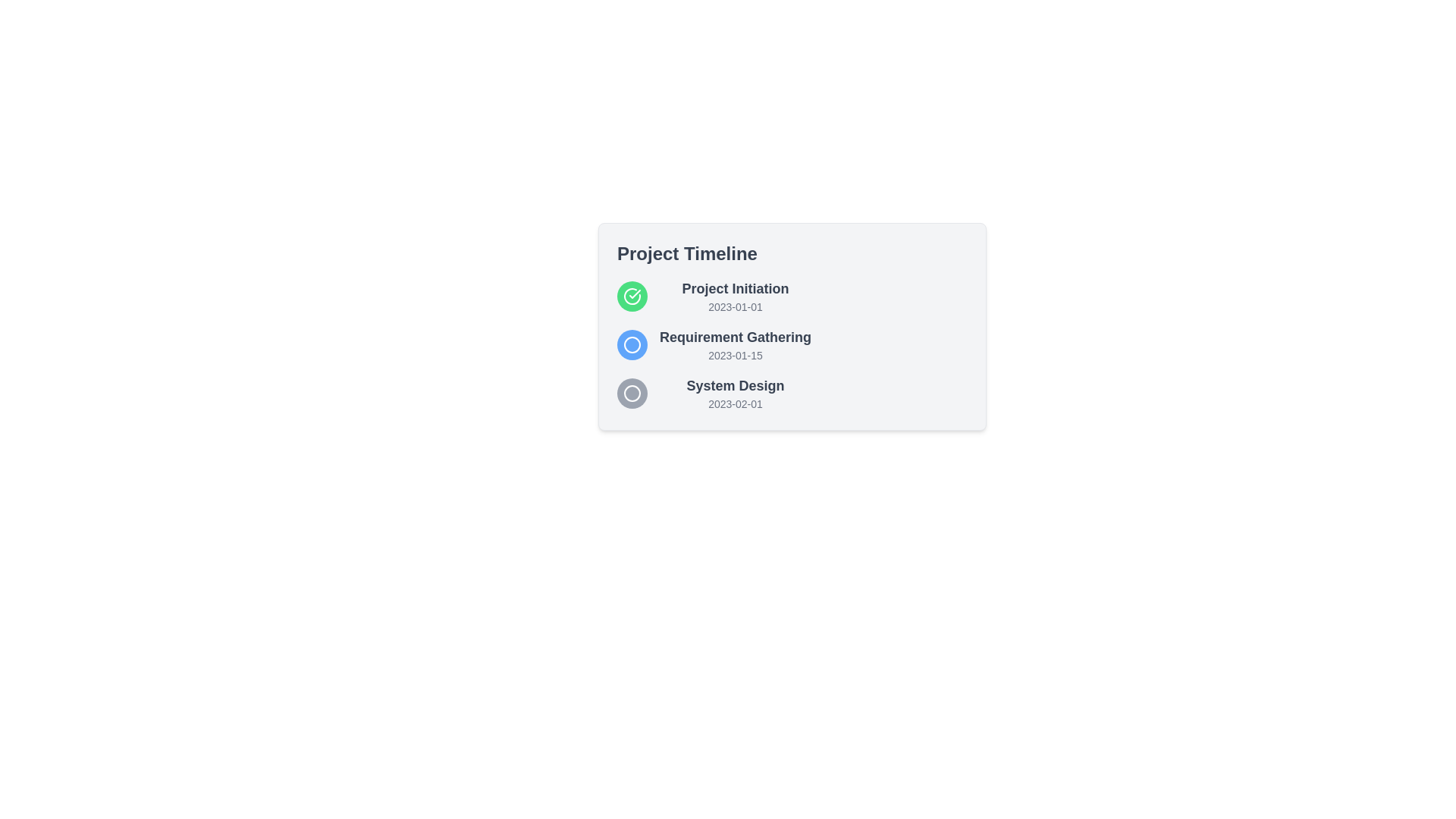 The image size is (1456, 819). What do you see at coordinates (735, 356) in the screenshot?
I see `text content of the text label displaying the date '2023-01-15', which is styled in gray and positioned below the bold title 'Requirement Gathering' in the timeline structure` at bounding box center [735, 356].